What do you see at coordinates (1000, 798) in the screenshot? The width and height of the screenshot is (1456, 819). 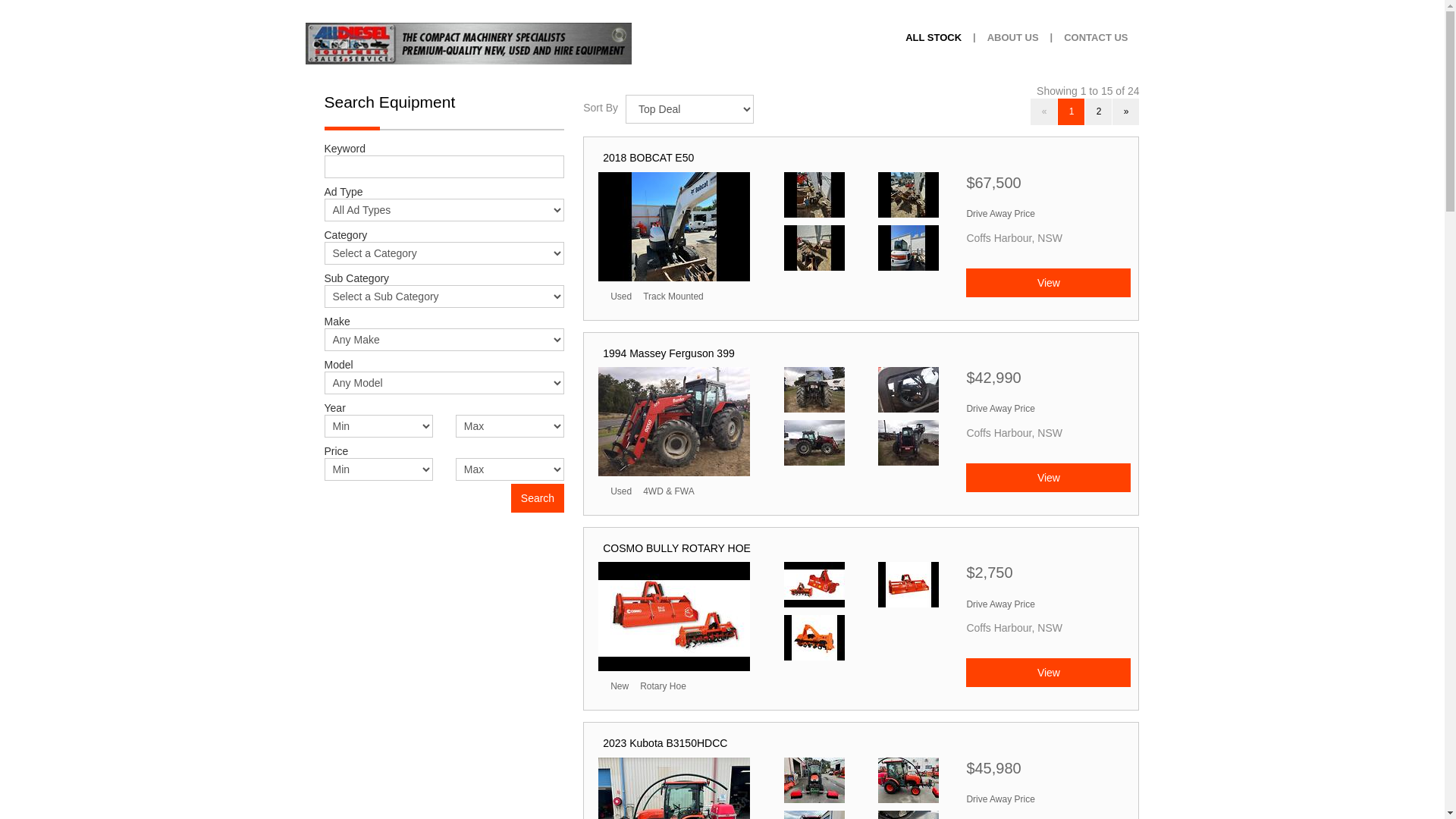 I see `'Drive Away Price'` at bounding box center [1000, 798].